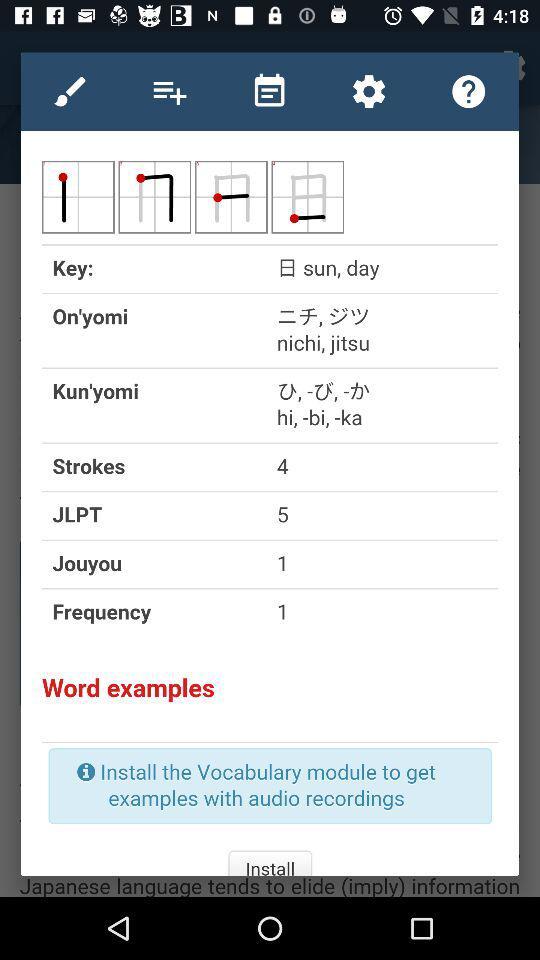 This screenshot has height=960, width=540. What do you see at coordinates (170, 91) in the screenshot?
I see `show more menu options` at bounding box center [170, 91].